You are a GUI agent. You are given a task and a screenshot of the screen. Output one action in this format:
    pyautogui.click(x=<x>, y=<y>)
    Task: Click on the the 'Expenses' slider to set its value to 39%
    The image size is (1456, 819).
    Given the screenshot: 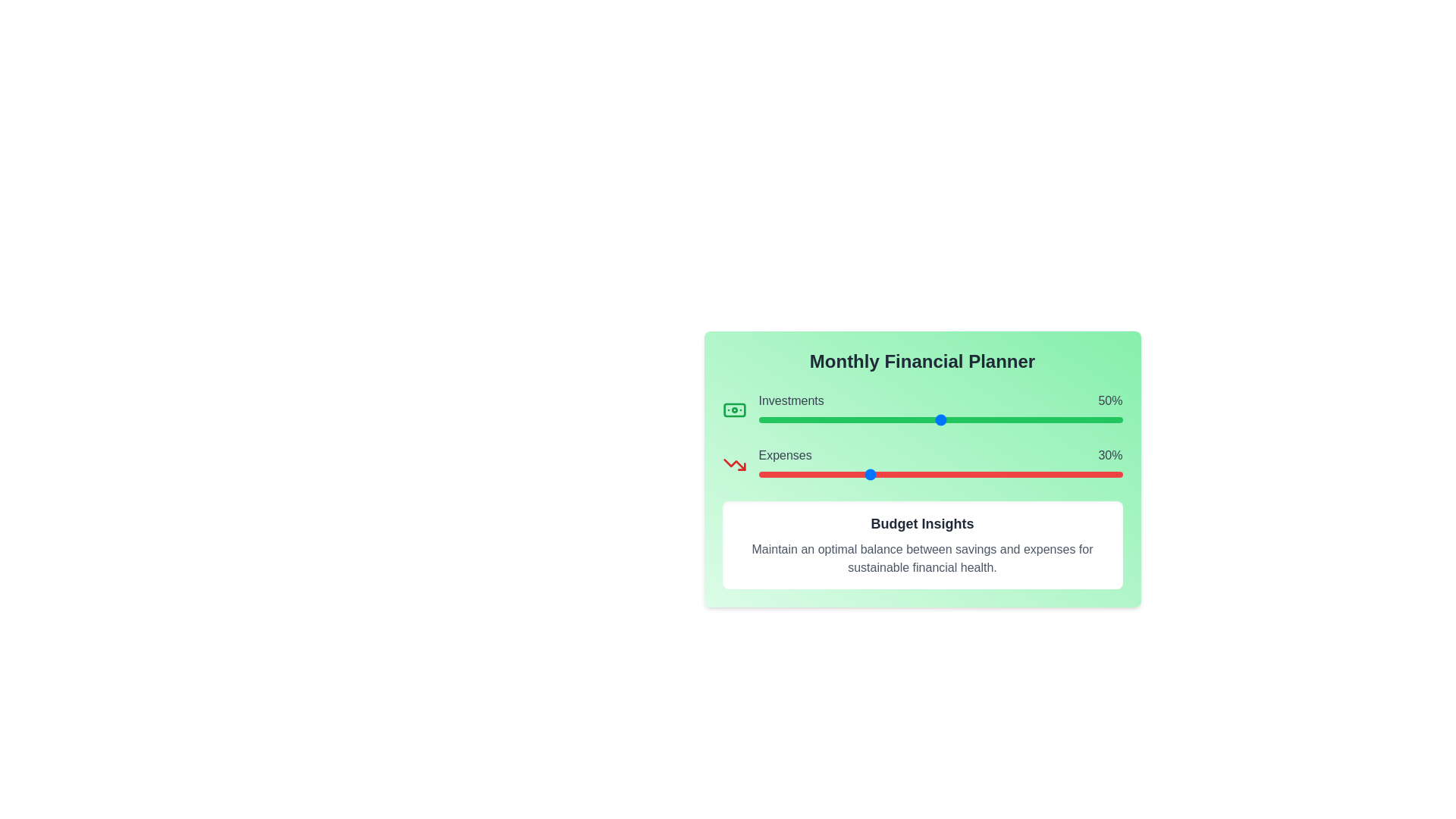 What is the action you would take?
    pyautogui.click(x=900, y=473)
    